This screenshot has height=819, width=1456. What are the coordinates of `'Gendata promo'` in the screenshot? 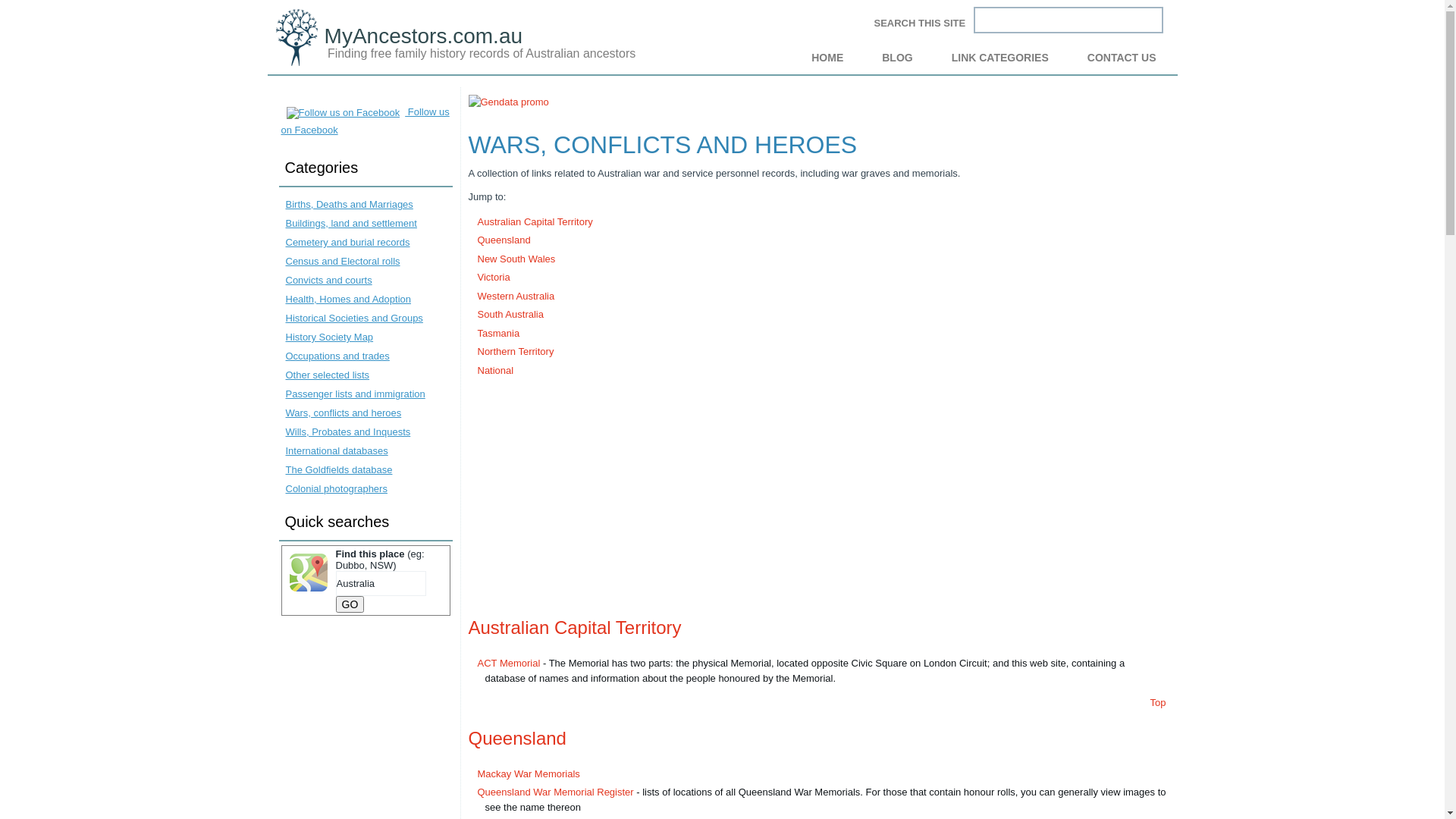 It's located at (468, 102).